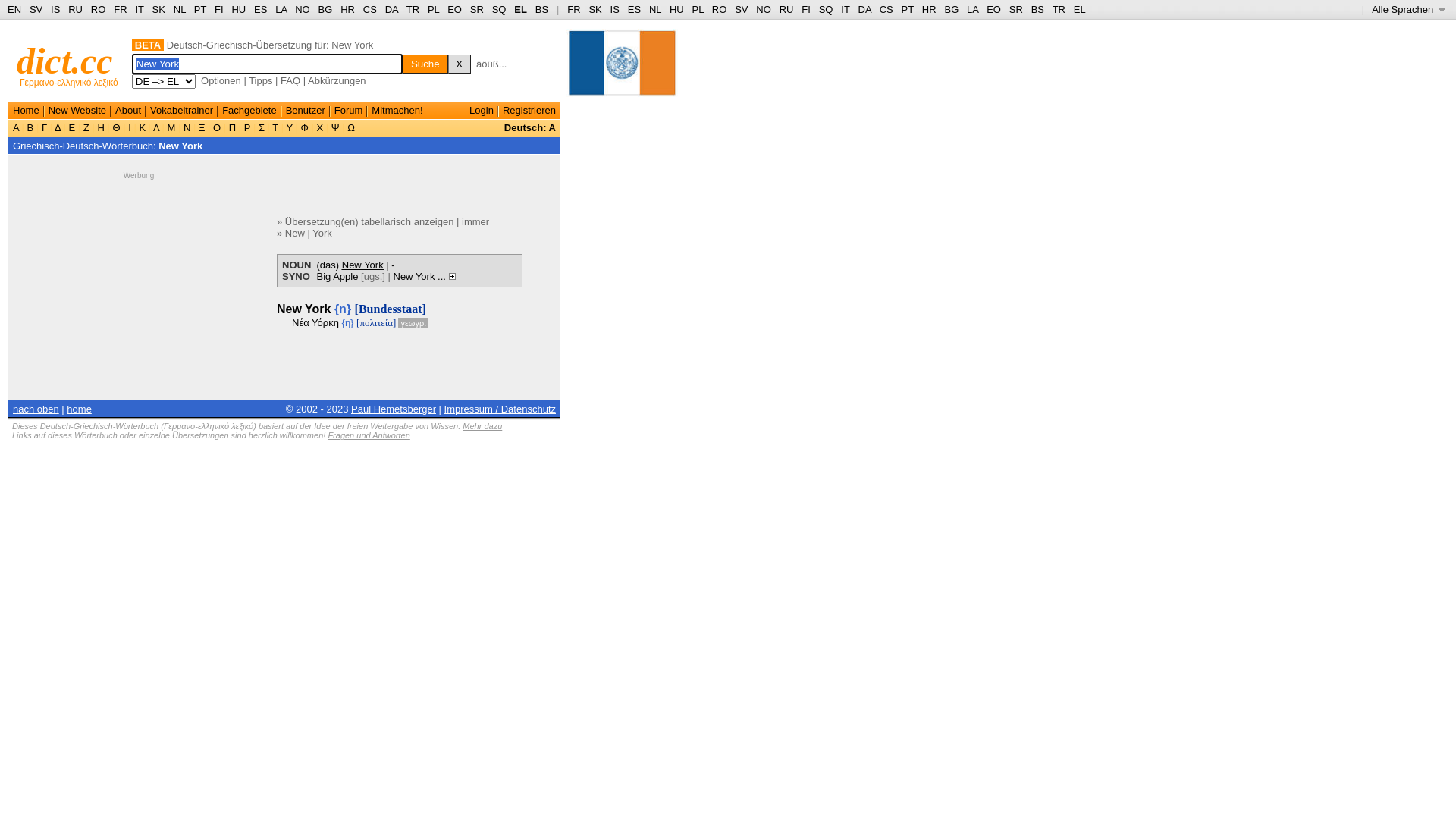 The width and height of the screenshot is (1456, 819). I want to click on 'Impressum / Datenschutz', so click(500, 408).